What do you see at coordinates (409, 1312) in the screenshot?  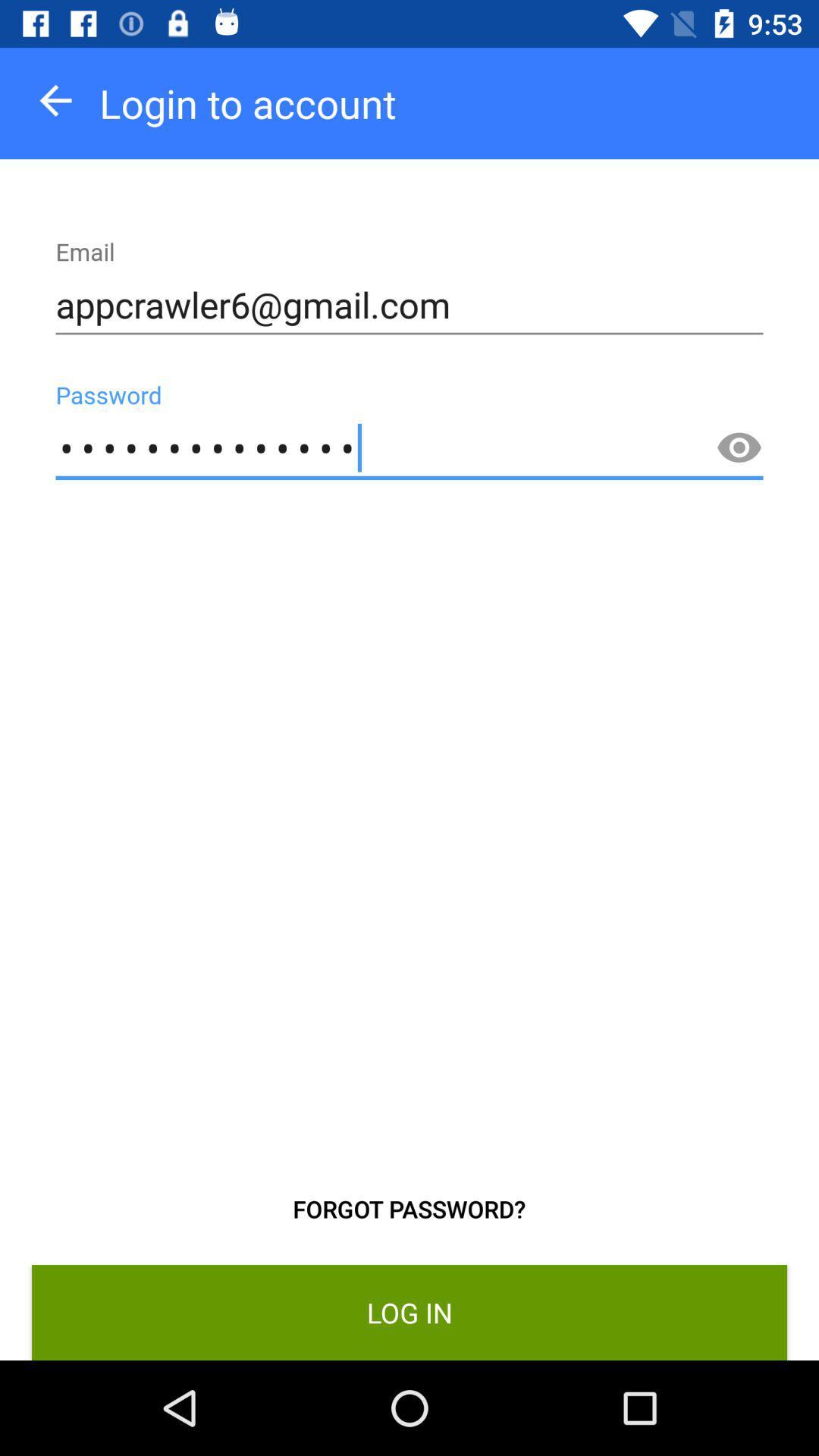 I see `the log in icon` at bounding box center [409, 1312].